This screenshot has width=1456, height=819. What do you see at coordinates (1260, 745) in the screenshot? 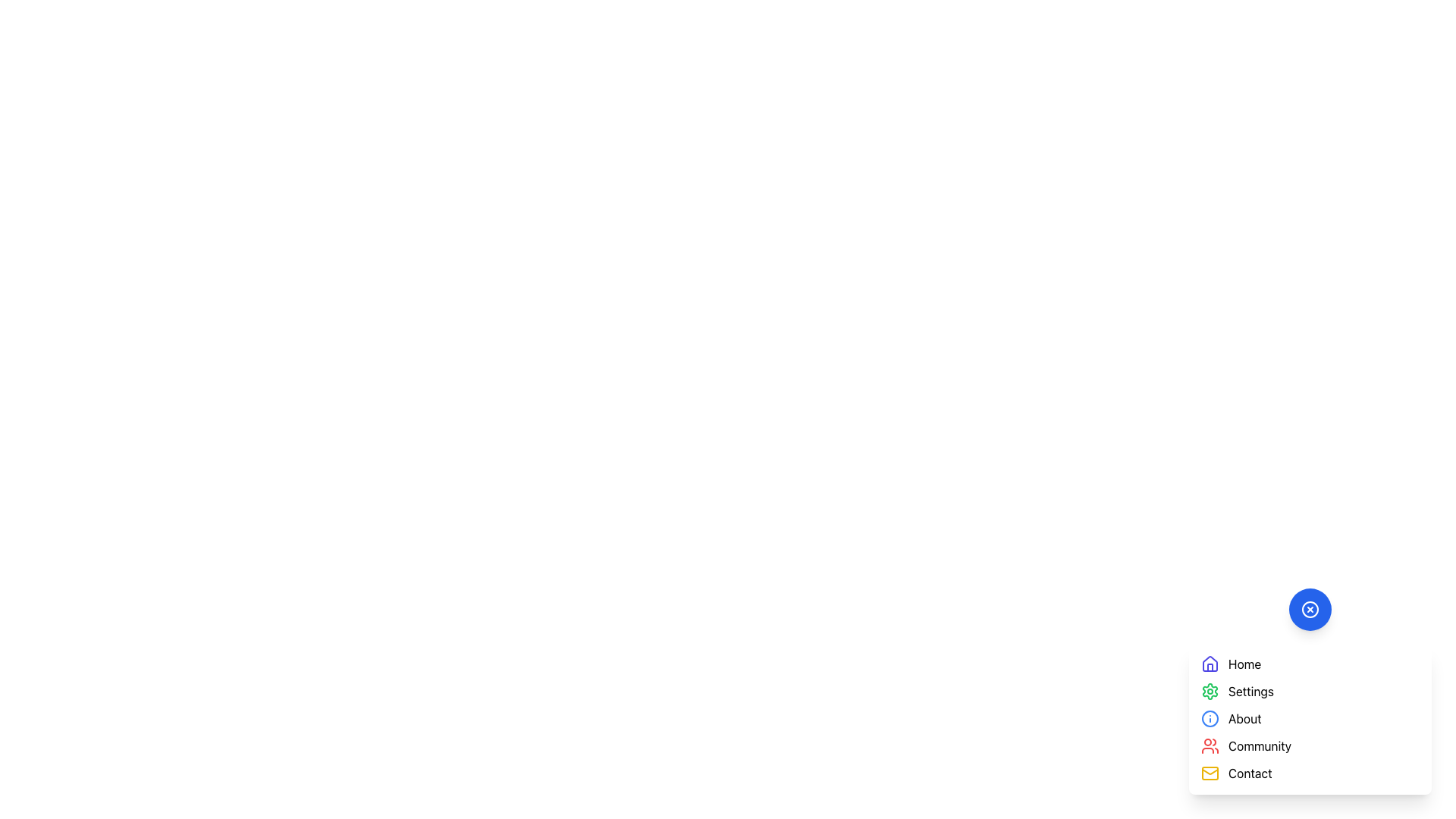
I see `the 'Community' text label in the vertical menu list` at bounding box center [1260, 745].